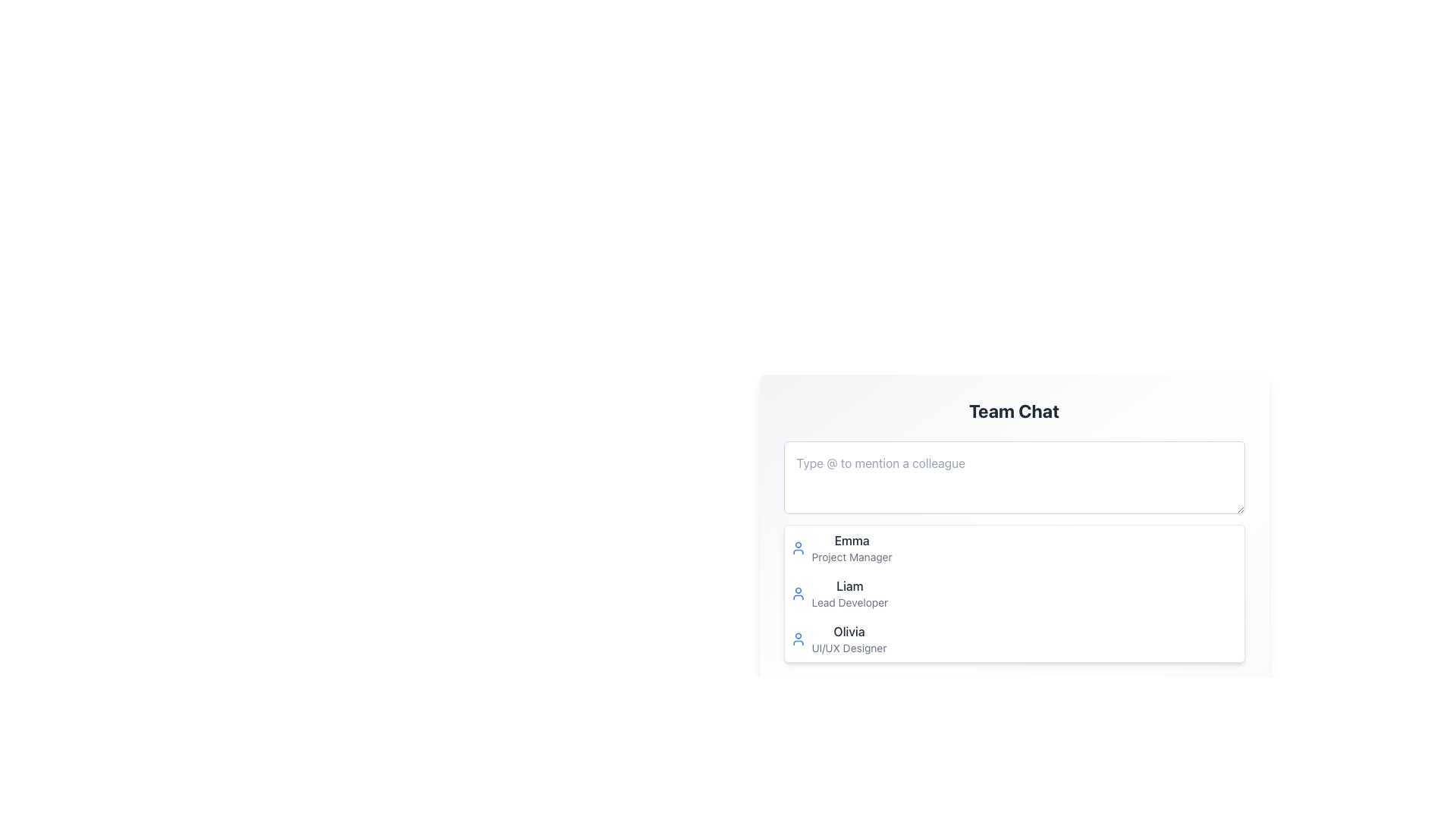  Describe the element at coordinates (852, 557) in the screenshot. I see `the text label displaying 'Project Manager' located directly below 'Emma' in the 'Team Chat' section` at that location.